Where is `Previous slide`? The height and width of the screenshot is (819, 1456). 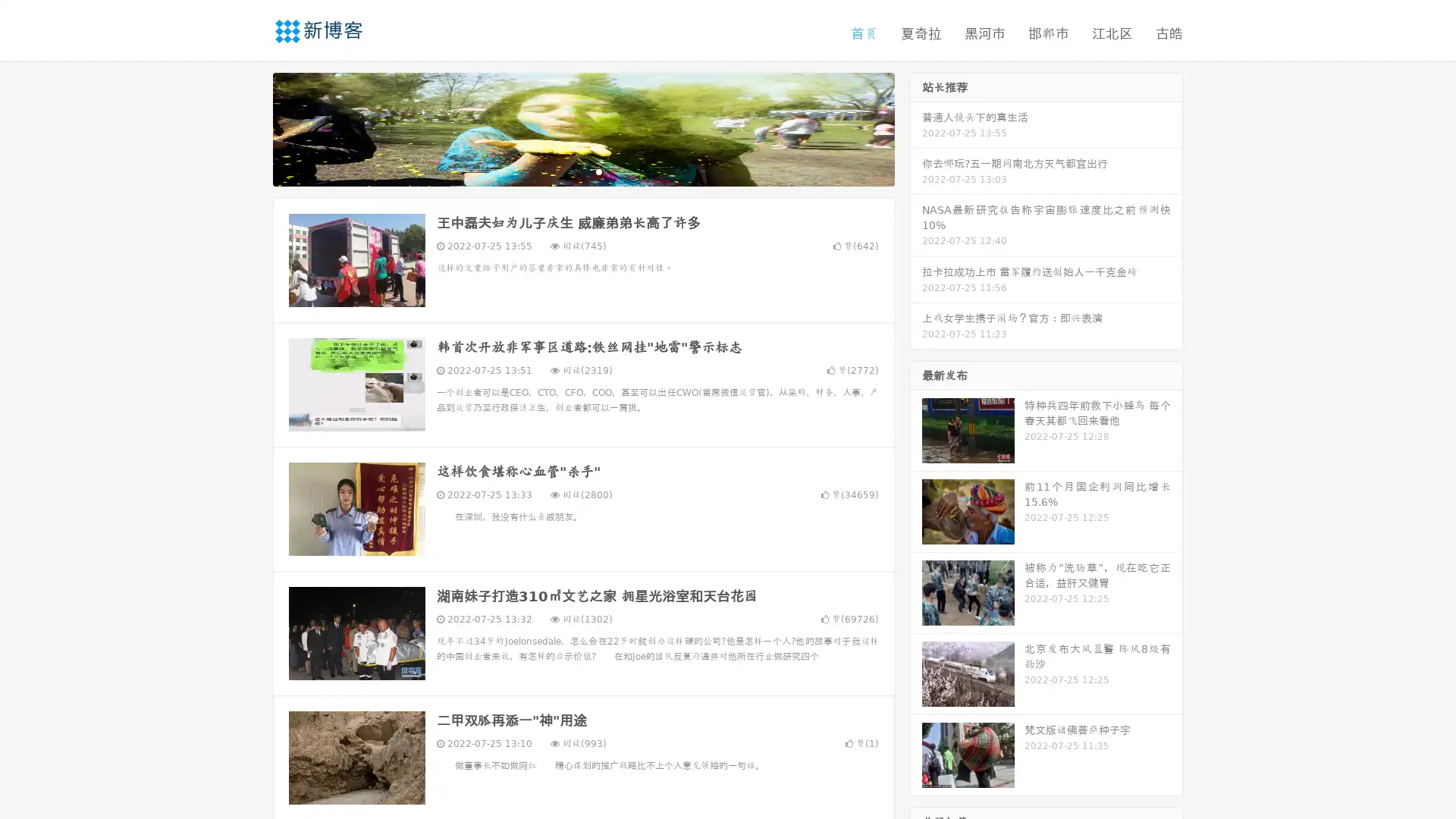 Previous slide is located at coordinates (250, 127).